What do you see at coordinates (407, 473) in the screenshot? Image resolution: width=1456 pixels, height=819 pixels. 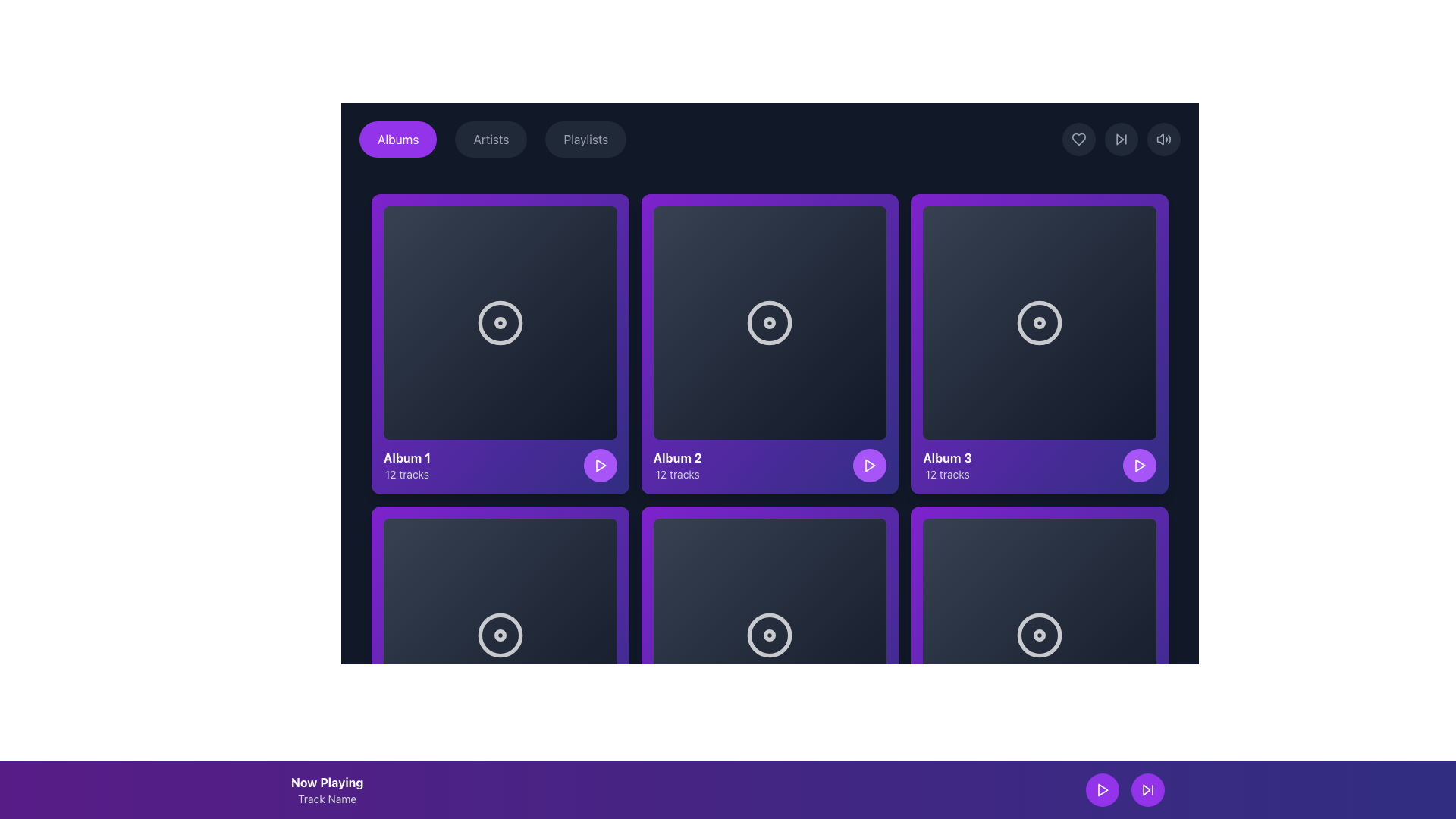 I see `the static text label that indicates the number of tracks associated with 'Album 1', positioned below the album title in the first column of the grid layout` at bounding box center [407, 473].